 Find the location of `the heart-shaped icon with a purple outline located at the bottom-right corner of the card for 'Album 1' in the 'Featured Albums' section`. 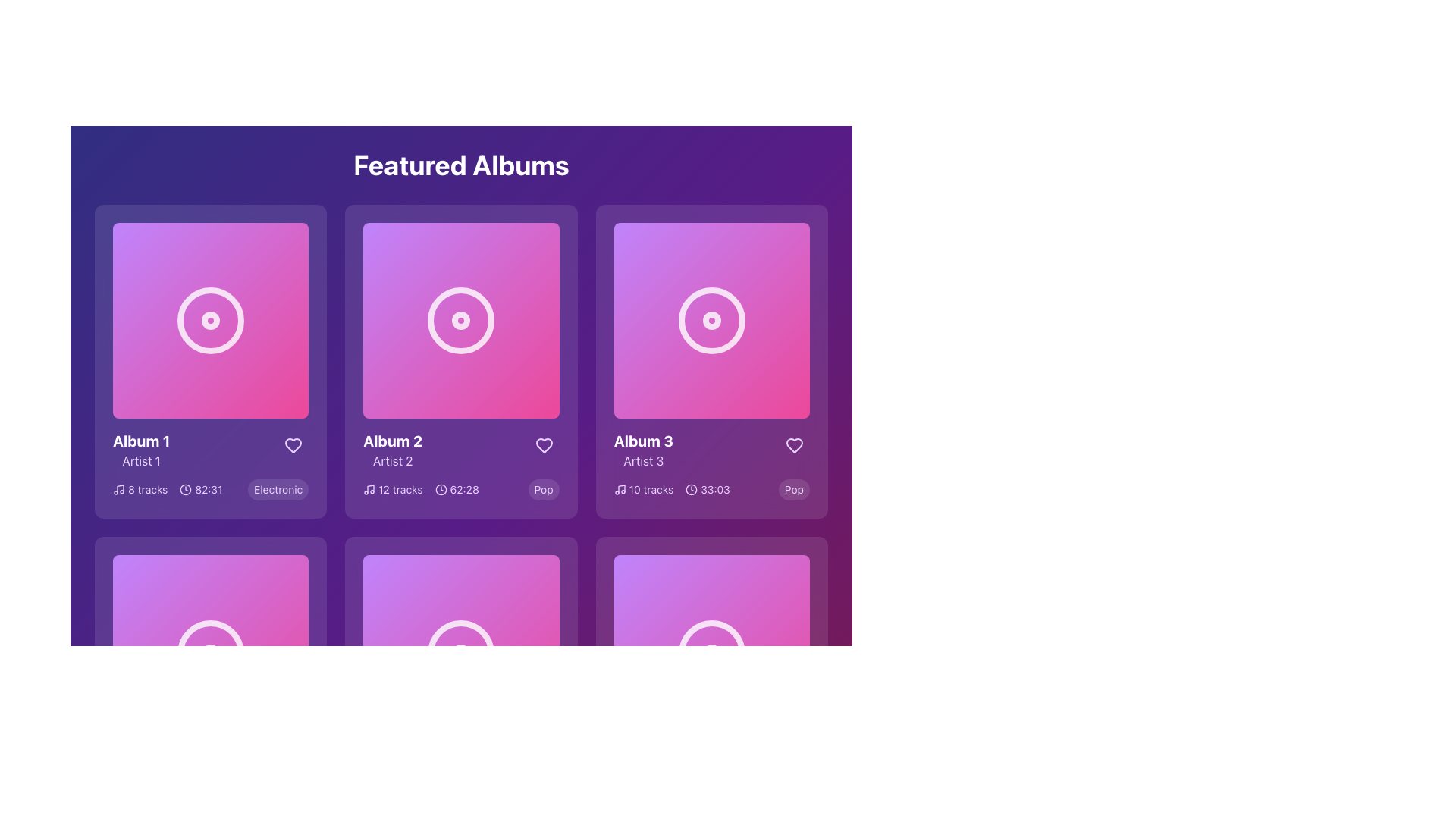

the heart-shaped icon with a purple outline located at the bottom-right corner of the card for 'Album 1' in the 'Featured Albums' section is located at coordinates (293, 445).